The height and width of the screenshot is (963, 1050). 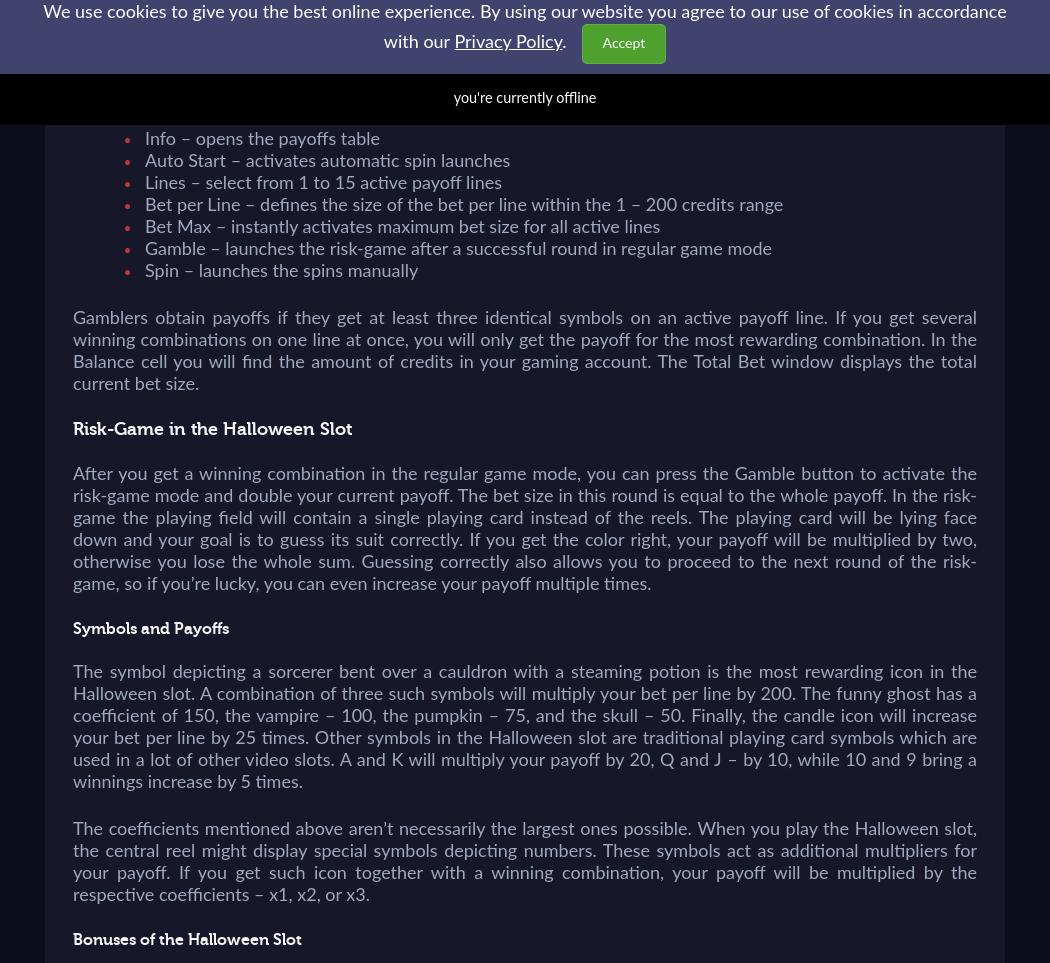 I want to click on 'Info – opens the payoffs table', so click(x=262, y=140).